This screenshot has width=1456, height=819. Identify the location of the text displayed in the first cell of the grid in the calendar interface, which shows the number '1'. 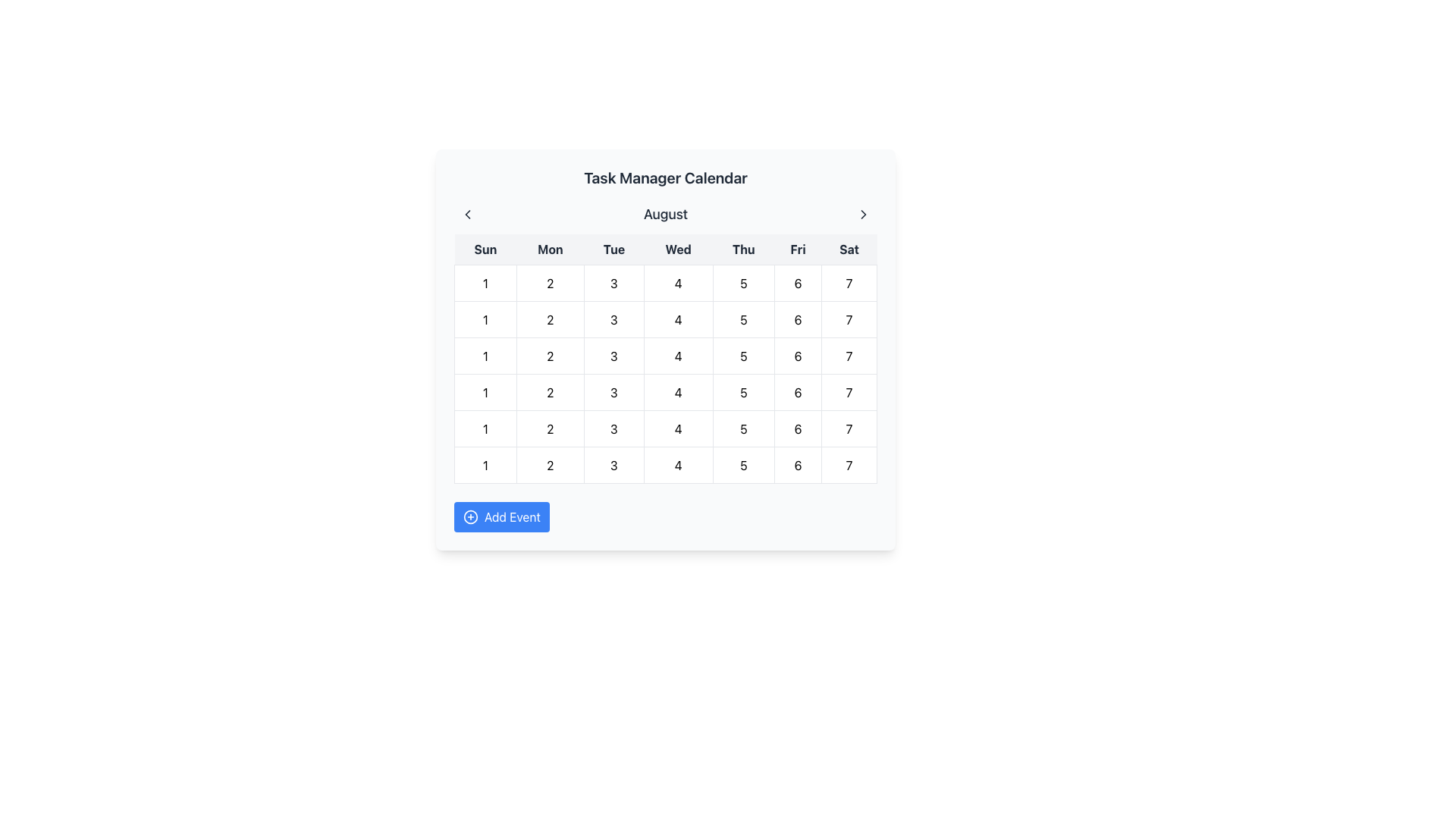
(485, 391).